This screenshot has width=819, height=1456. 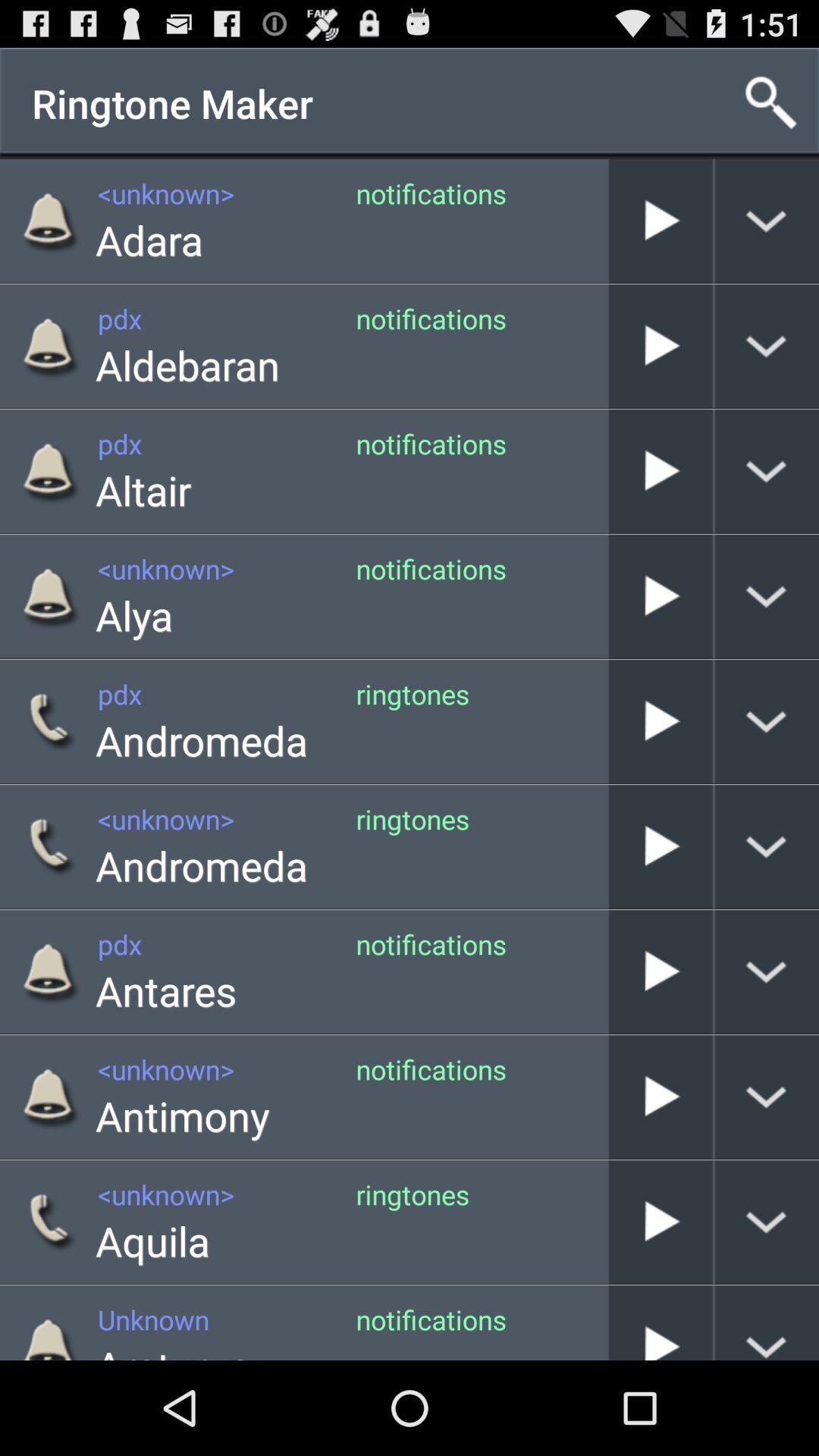 What do you see at coordinates (660, 971) in the screenshot?
I see `selection` at bounding box center [660, 971].